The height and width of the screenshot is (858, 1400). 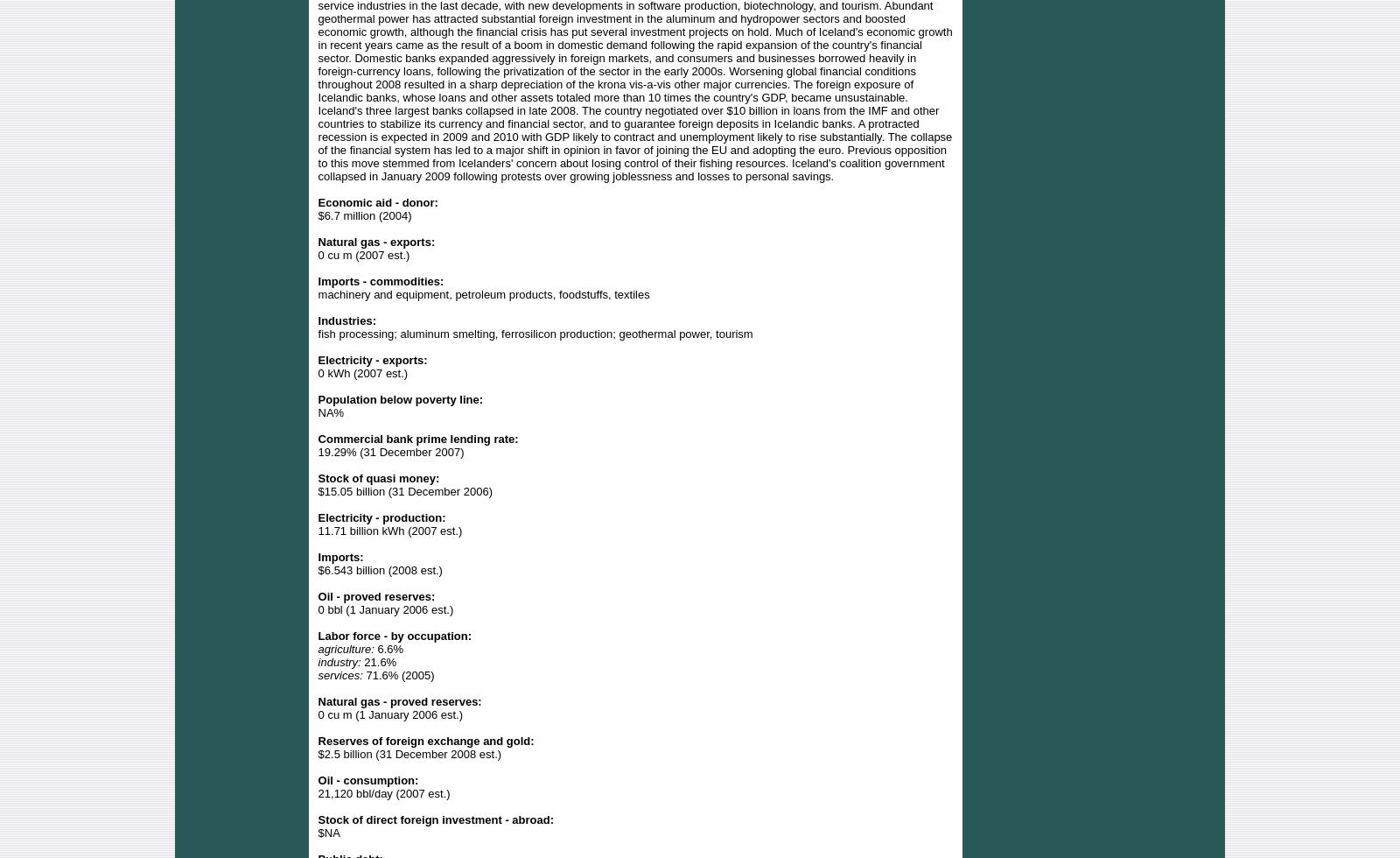 I want to click on 'Commercial bank prime lending rate:', so click(x=416, y=438).